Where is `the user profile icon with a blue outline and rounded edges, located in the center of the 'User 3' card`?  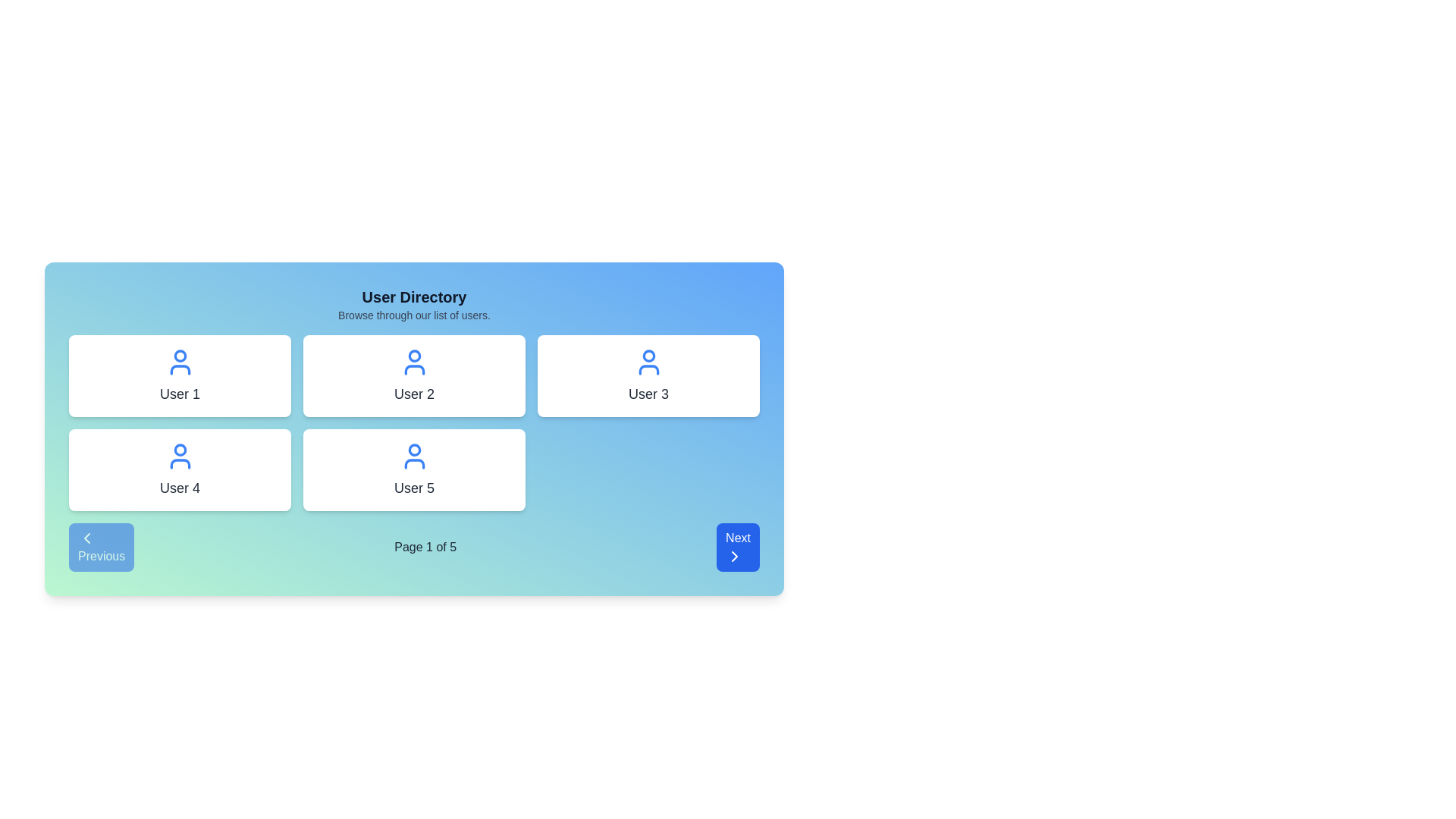 the user profile icon with a blue outline and rounded edges, located in the center of the 'User 3' card is located at coordinates (648, 362).